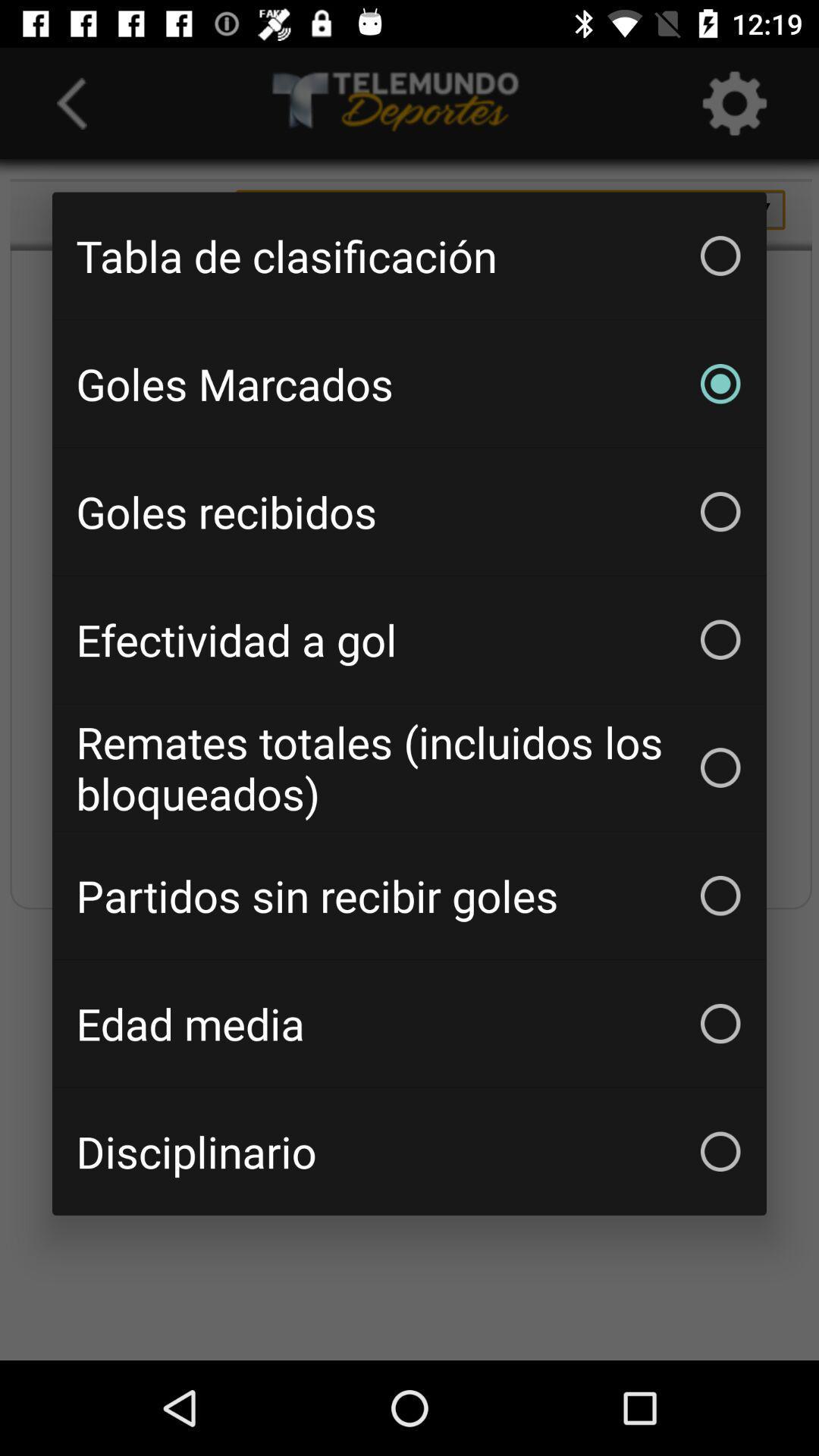  What do you see at coordinates (409, 256) in the screenshot?
I see `the icon above goles marcados` at bounding box center [409, 256].